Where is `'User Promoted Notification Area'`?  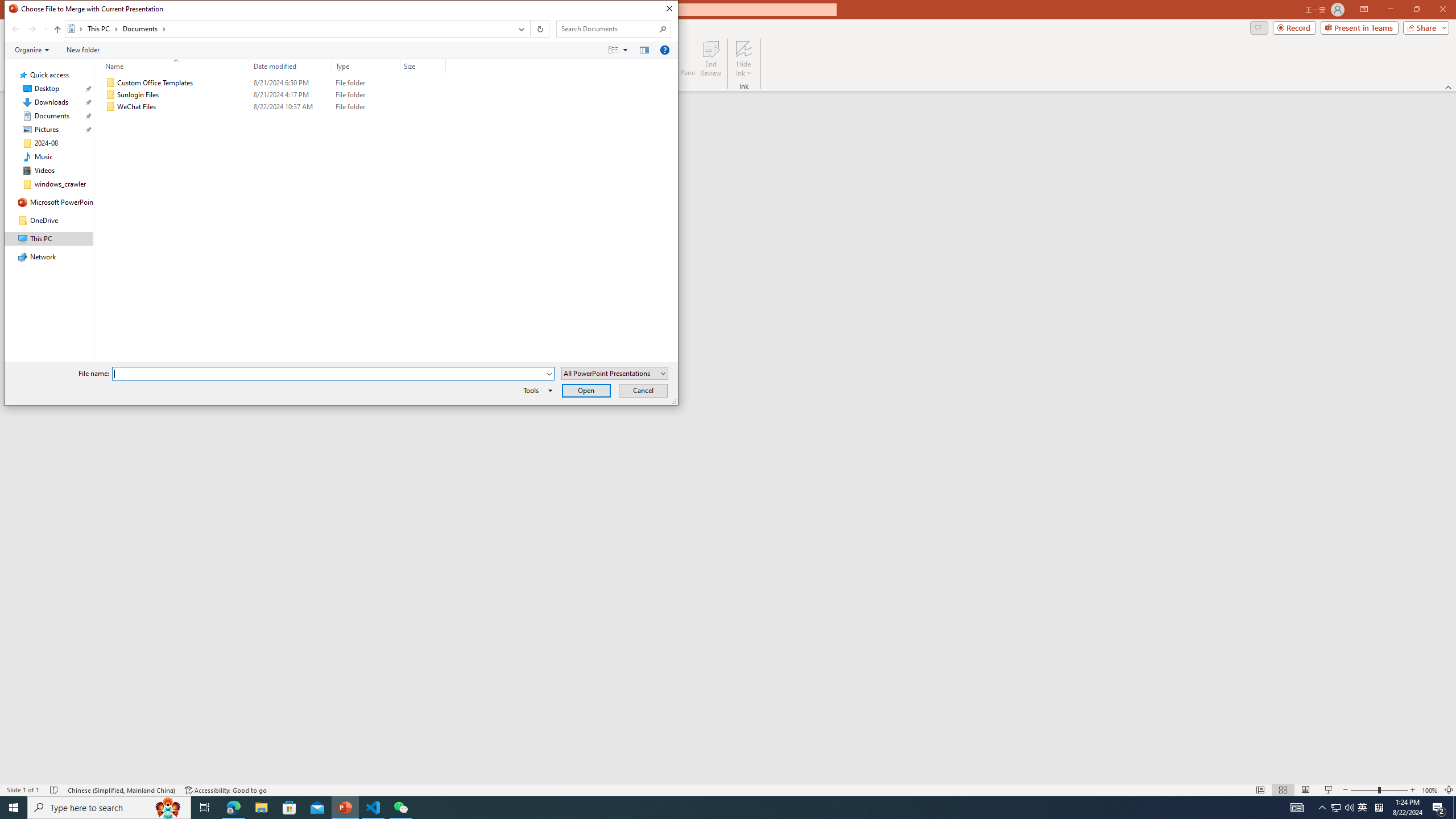 'User Promoted Notification Area' is located at coordinates (1342, 806).